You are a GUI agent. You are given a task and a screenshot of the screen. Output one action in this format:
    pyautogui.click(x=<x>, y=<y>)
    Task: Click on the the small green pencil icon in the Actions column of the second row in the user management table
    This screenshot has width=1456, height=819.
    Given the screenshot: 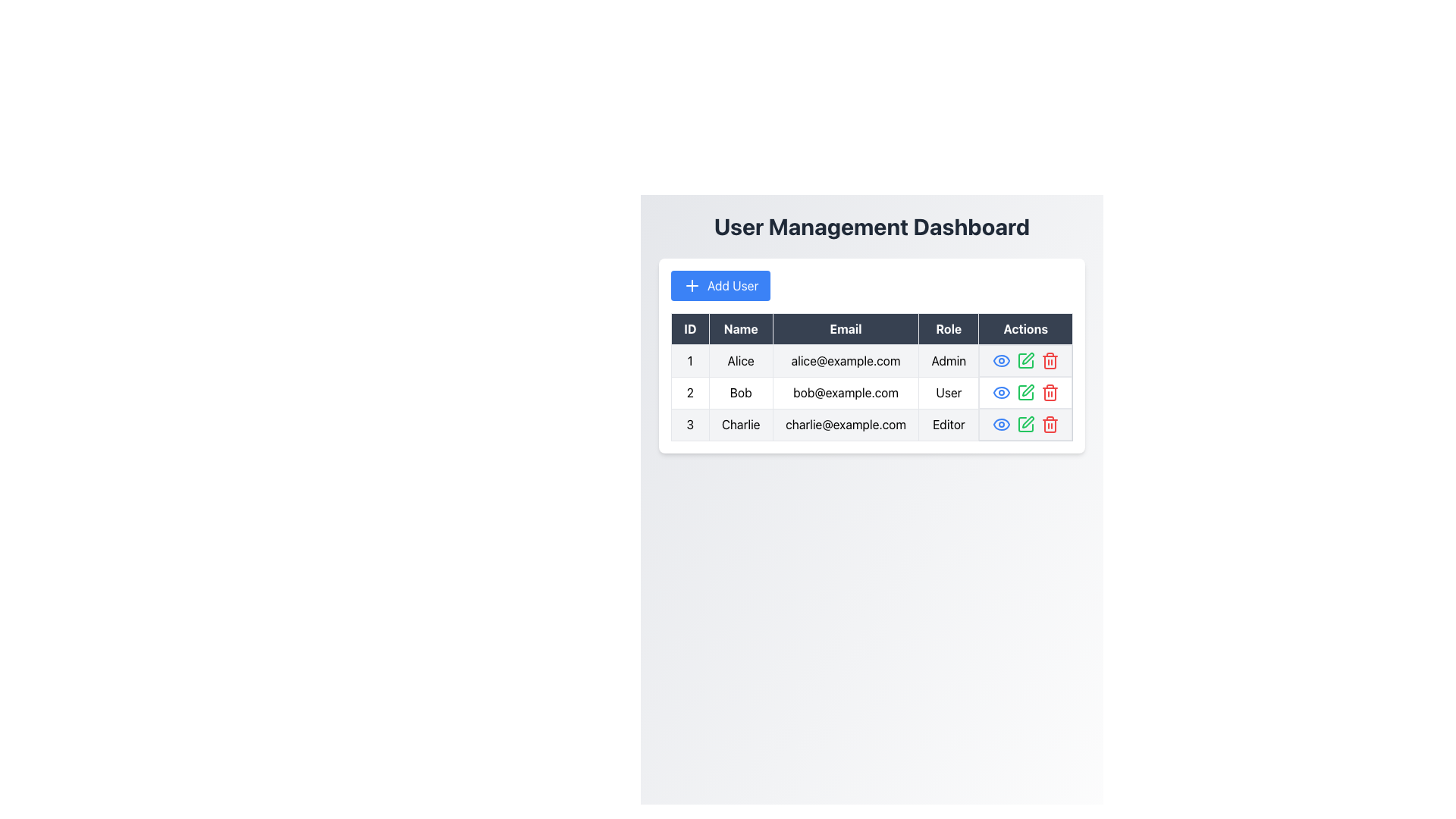 What is the action you would take?
    pyautogui.click(x=1025, y=391)
    